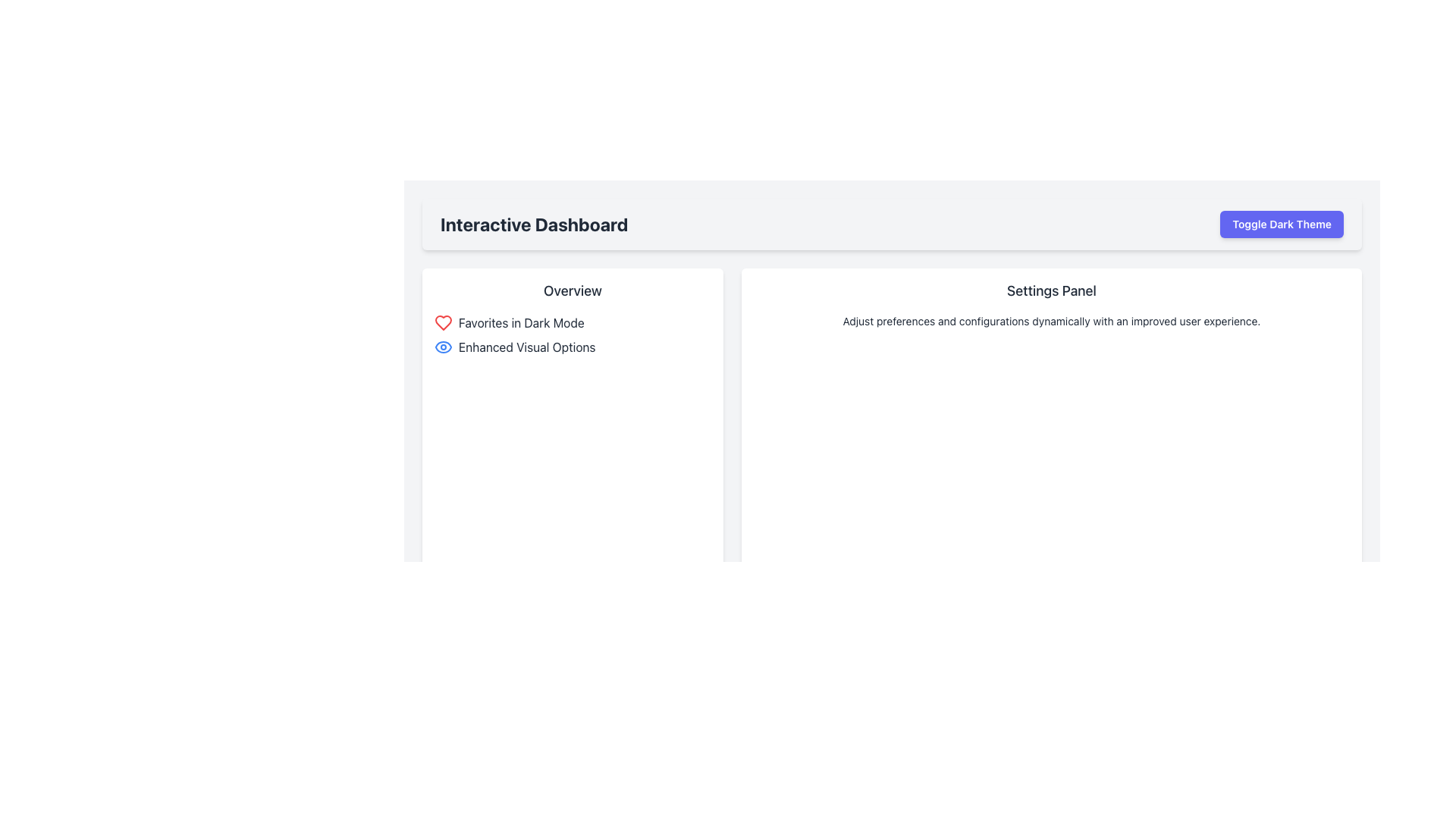 The height and width of the screenshot is (819, 1456). Describe the element at coordinates (572, 347) in the screenshot. I see `text information displayed in the label with an accompanying eye icon, which is part of a vertically-stacked list in the 'Overview' section, positioned below 'Favorites in Dark Mode'` at that location.